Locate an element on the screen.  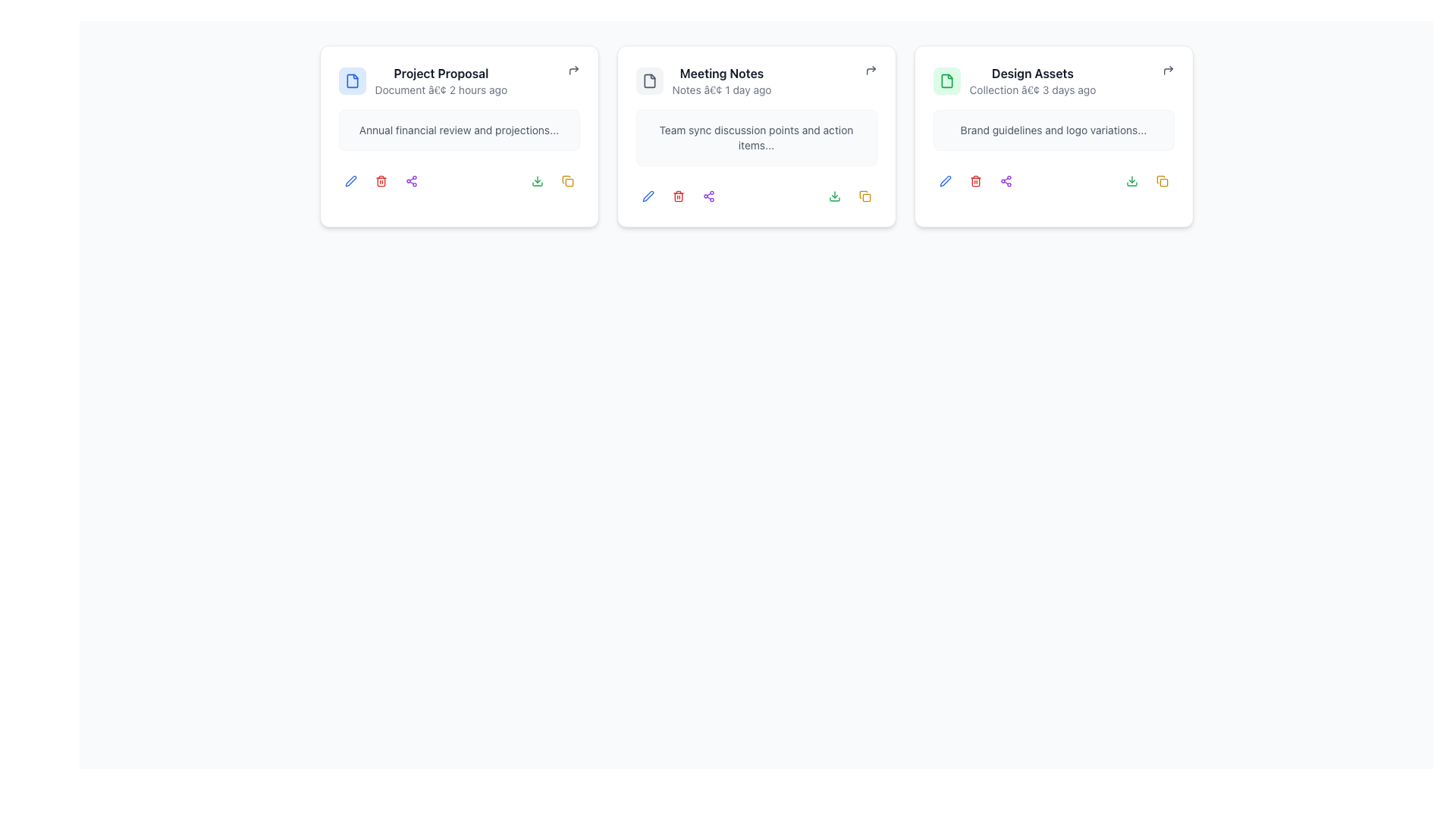
the delete button icon, which is the second icon from the left in the Project Proposal card is located at coordinates (381, 180).